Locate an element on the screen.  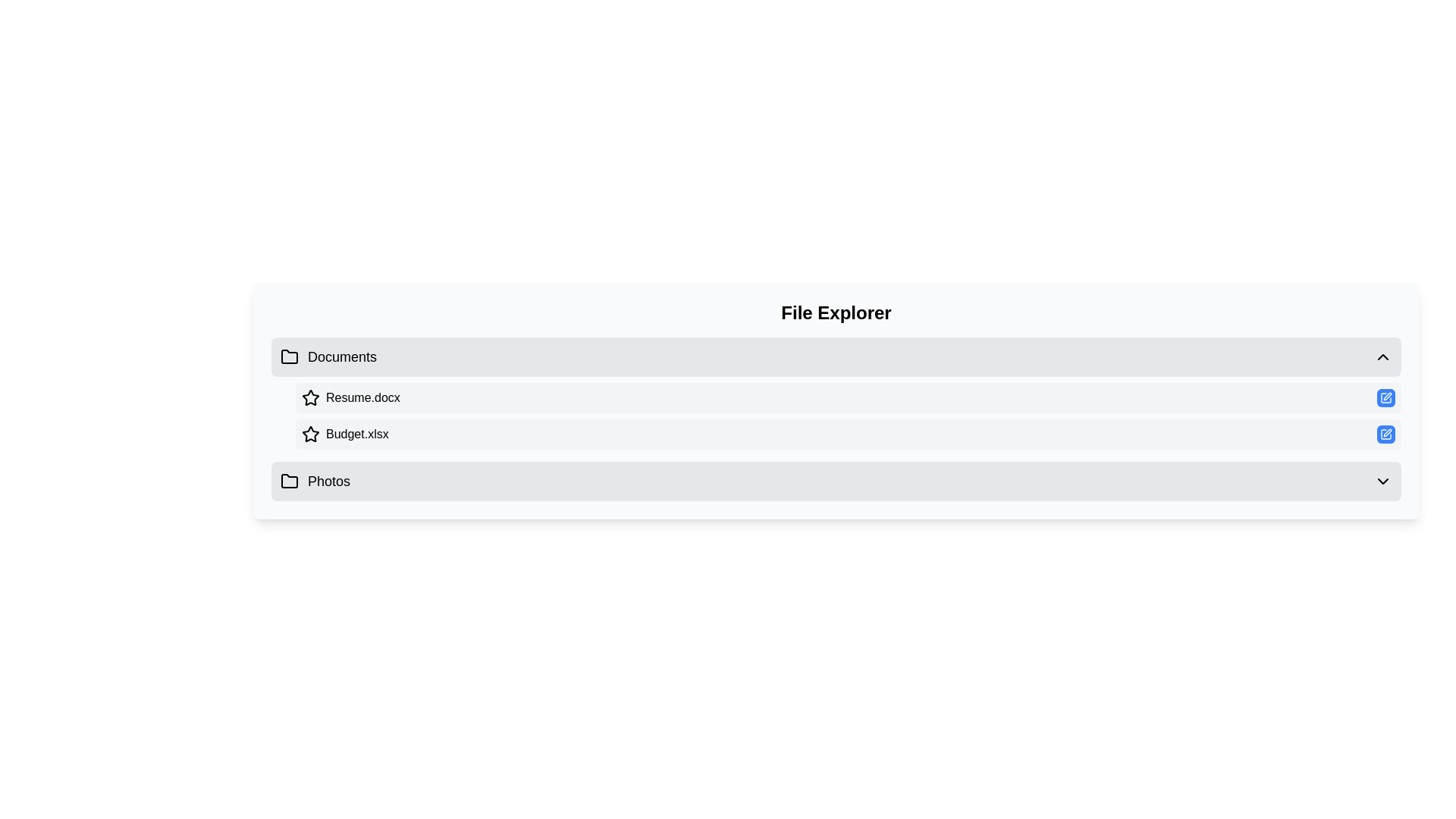
the folder icon located near the top-left section of the 'File Explorer' interface, directly aligned next to the 'Documents' text is located at coordinates (290, 356).